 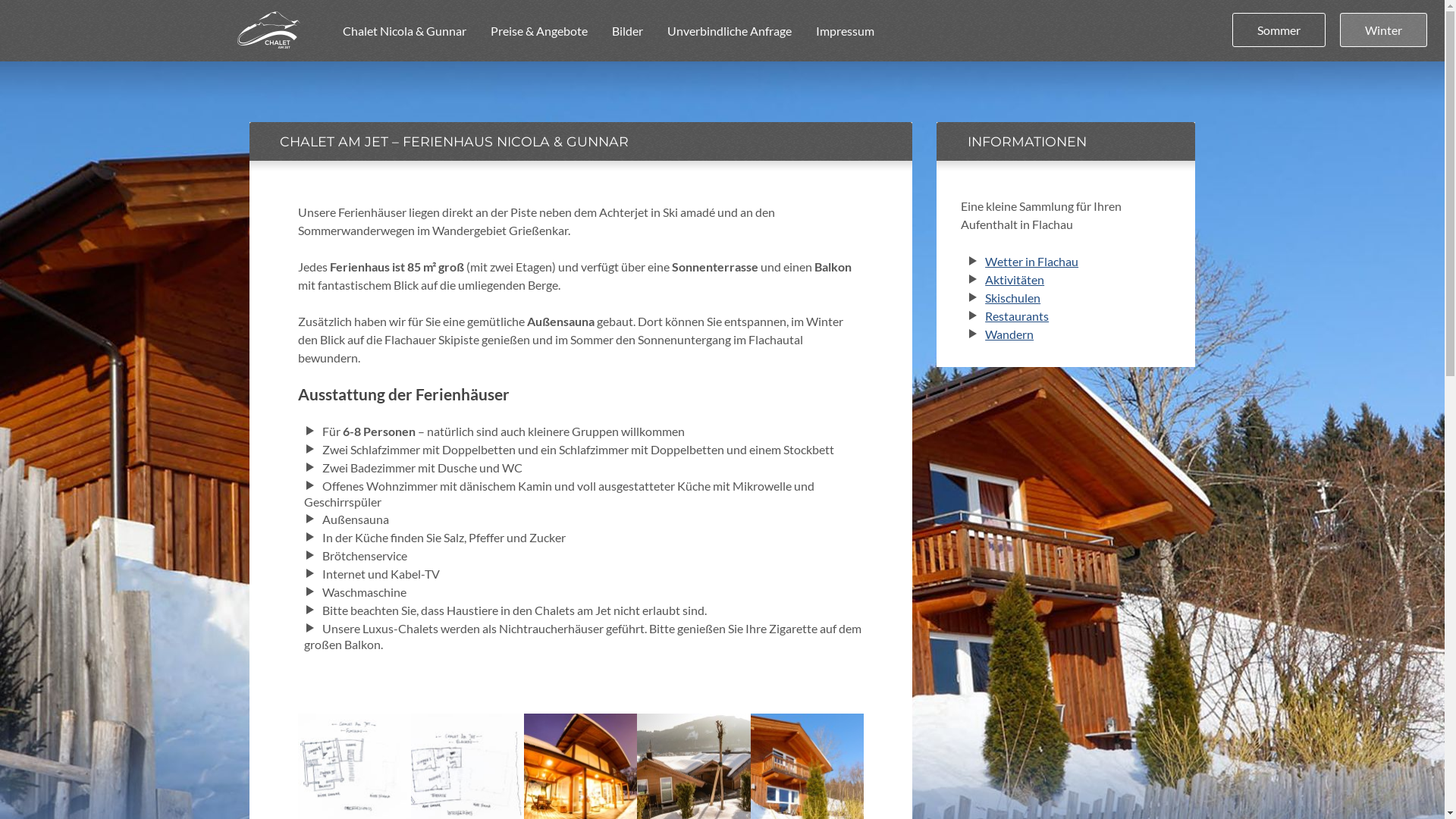 What do you see at coordinates (729, 30) in the screenshot?
I see `'Unverbindliche Anfrage'` at bounding box center [729, 30].